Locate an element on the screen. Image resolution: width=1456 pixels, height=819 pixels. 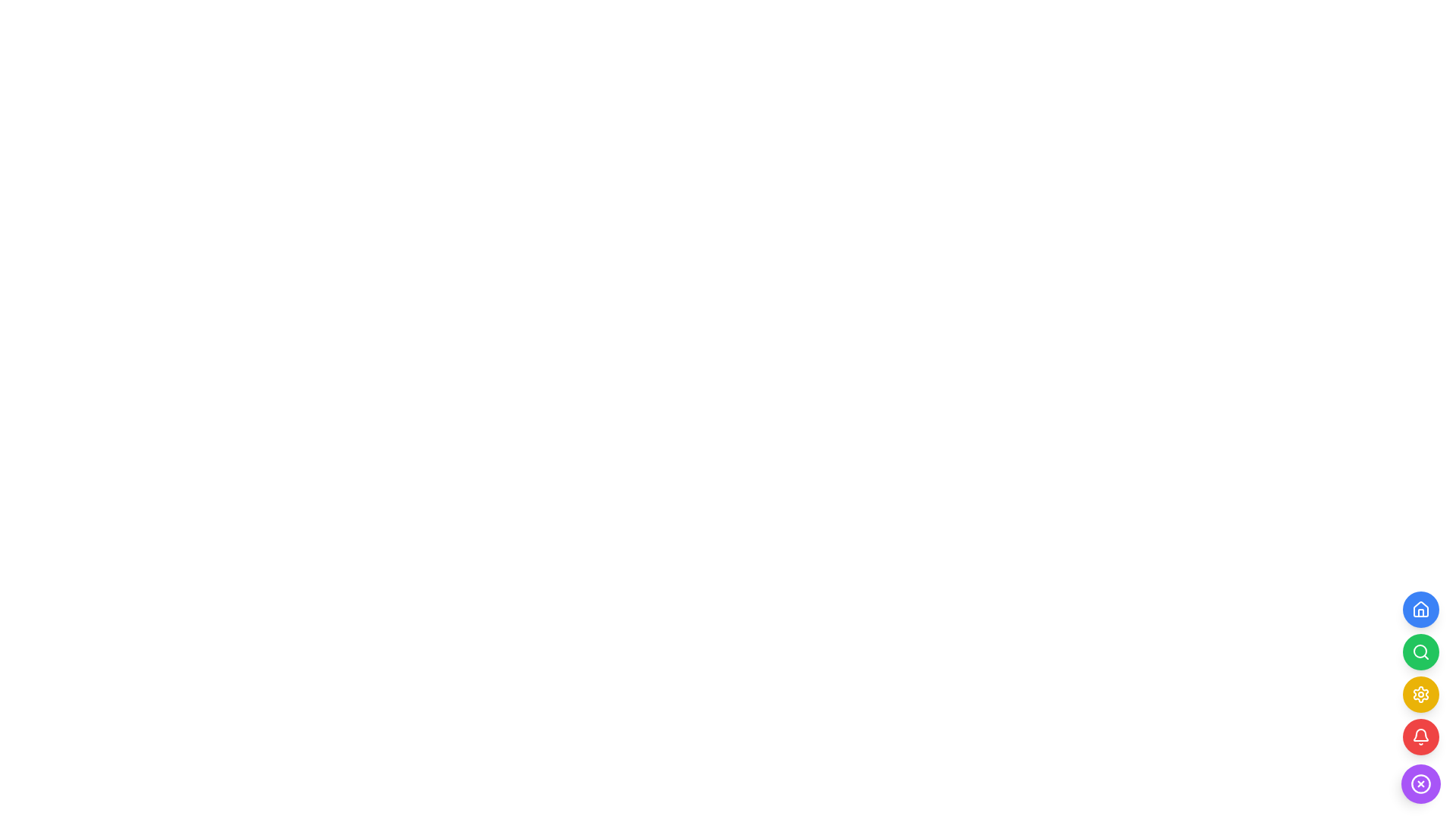
the circular blue button with a white house icon located at the top of the stack is located at coordinates (1420, 608).